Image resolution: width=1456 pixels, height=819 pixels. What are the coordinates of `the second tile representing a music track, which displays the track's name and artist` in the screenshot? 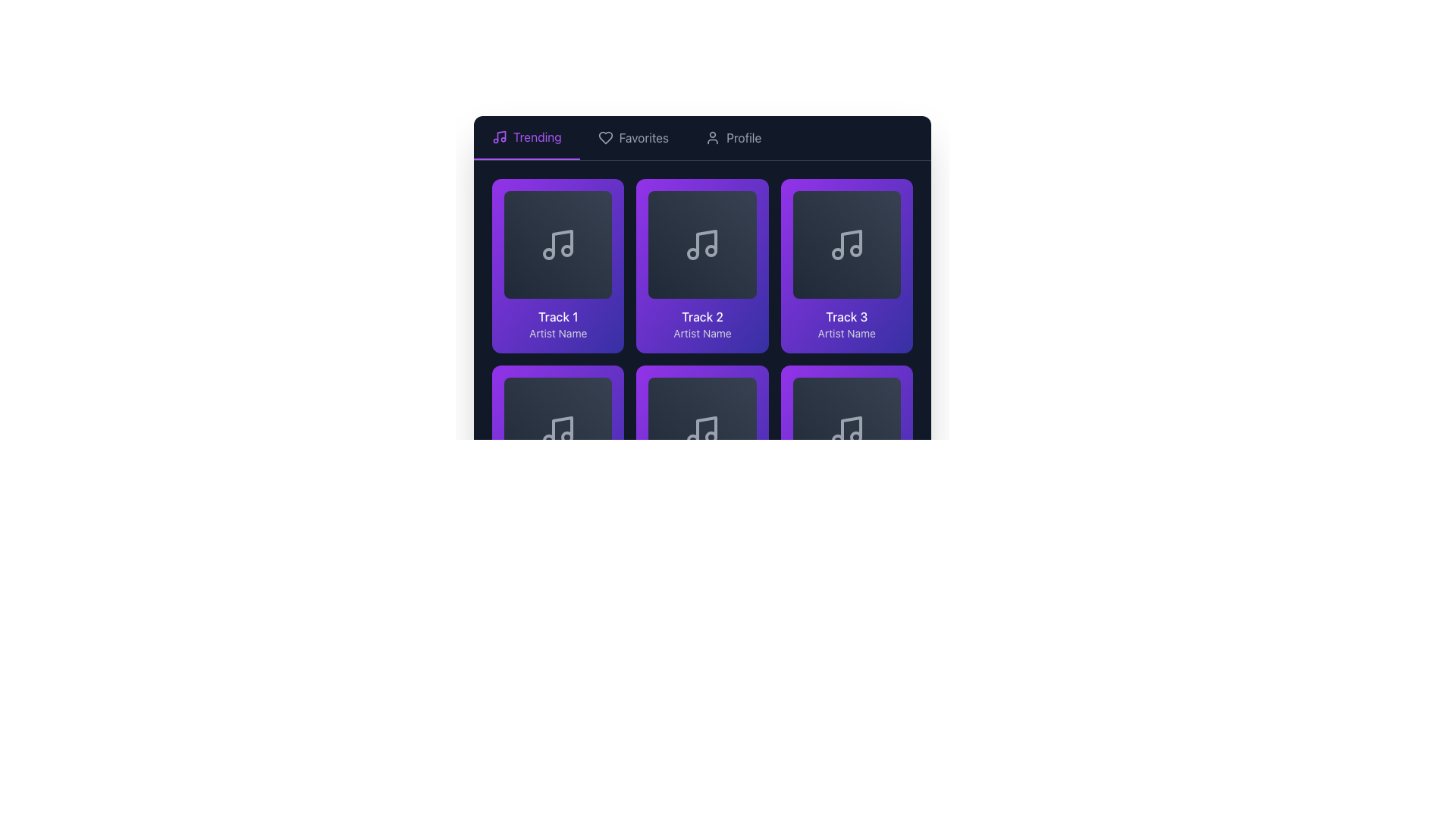 It's located at (701, 265).